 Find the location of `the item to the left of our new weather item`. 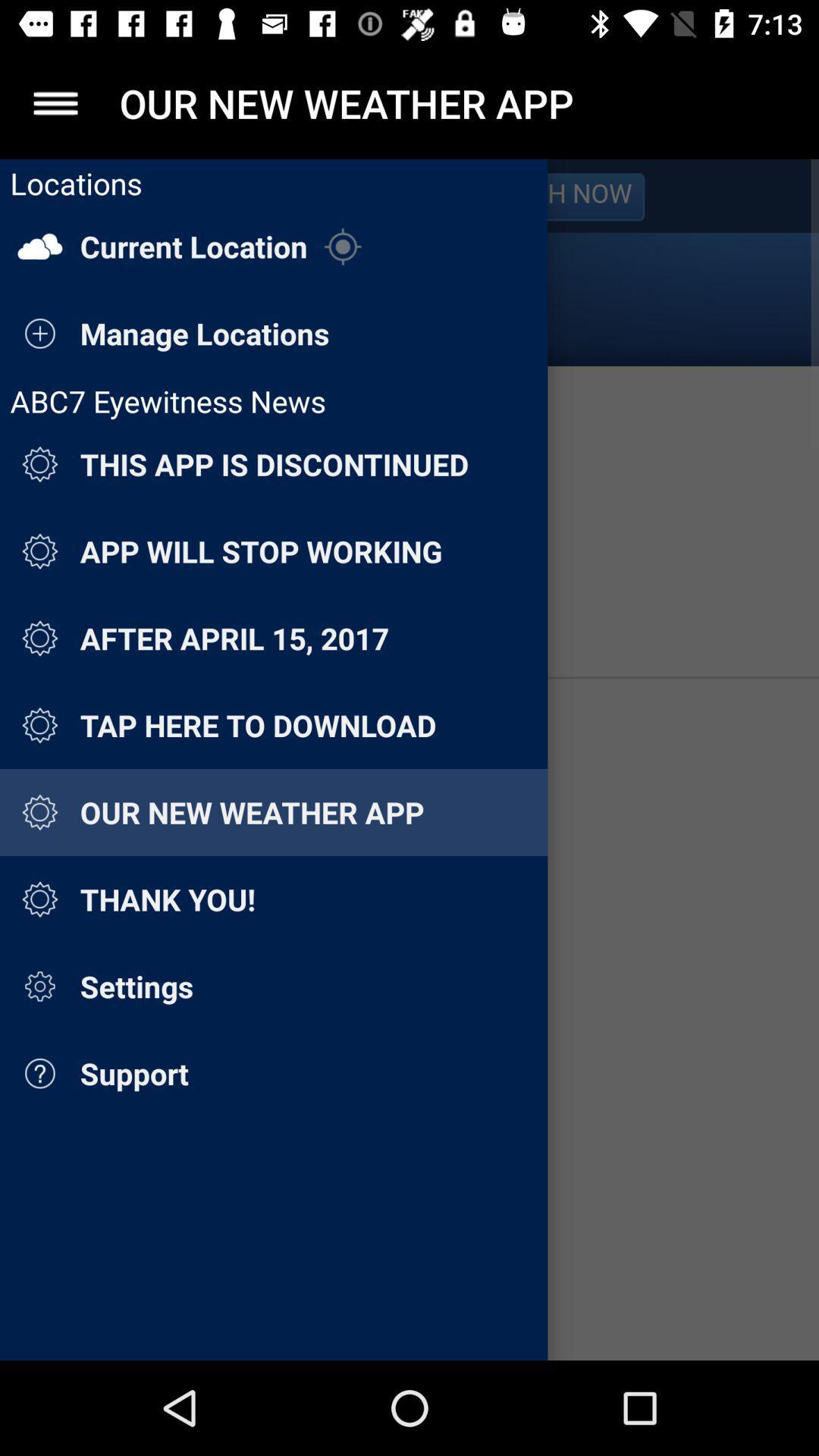

the item to the left of our new weather item is located at coordinates (55, 102).